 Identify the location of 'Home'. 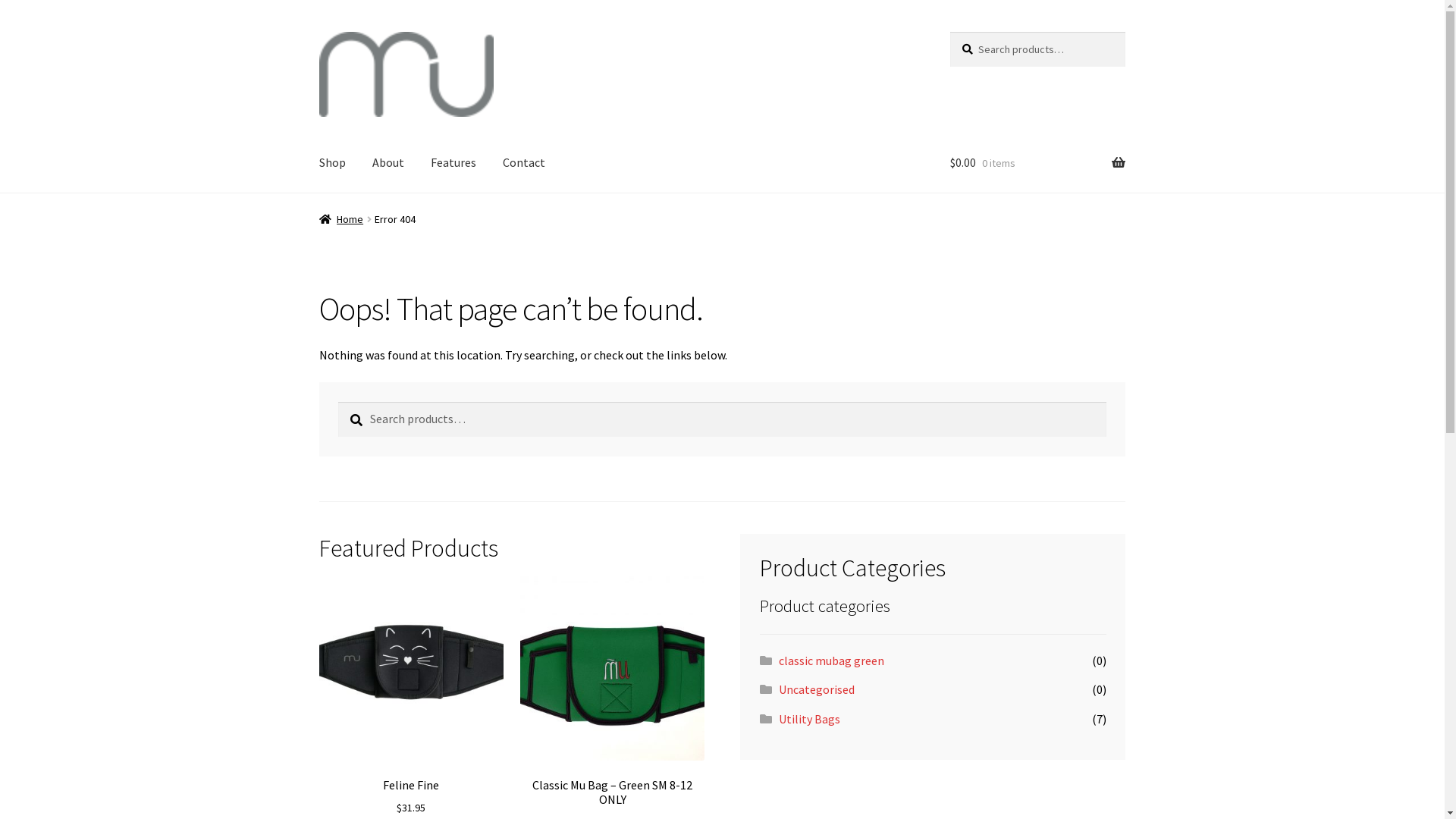
(340, 219).